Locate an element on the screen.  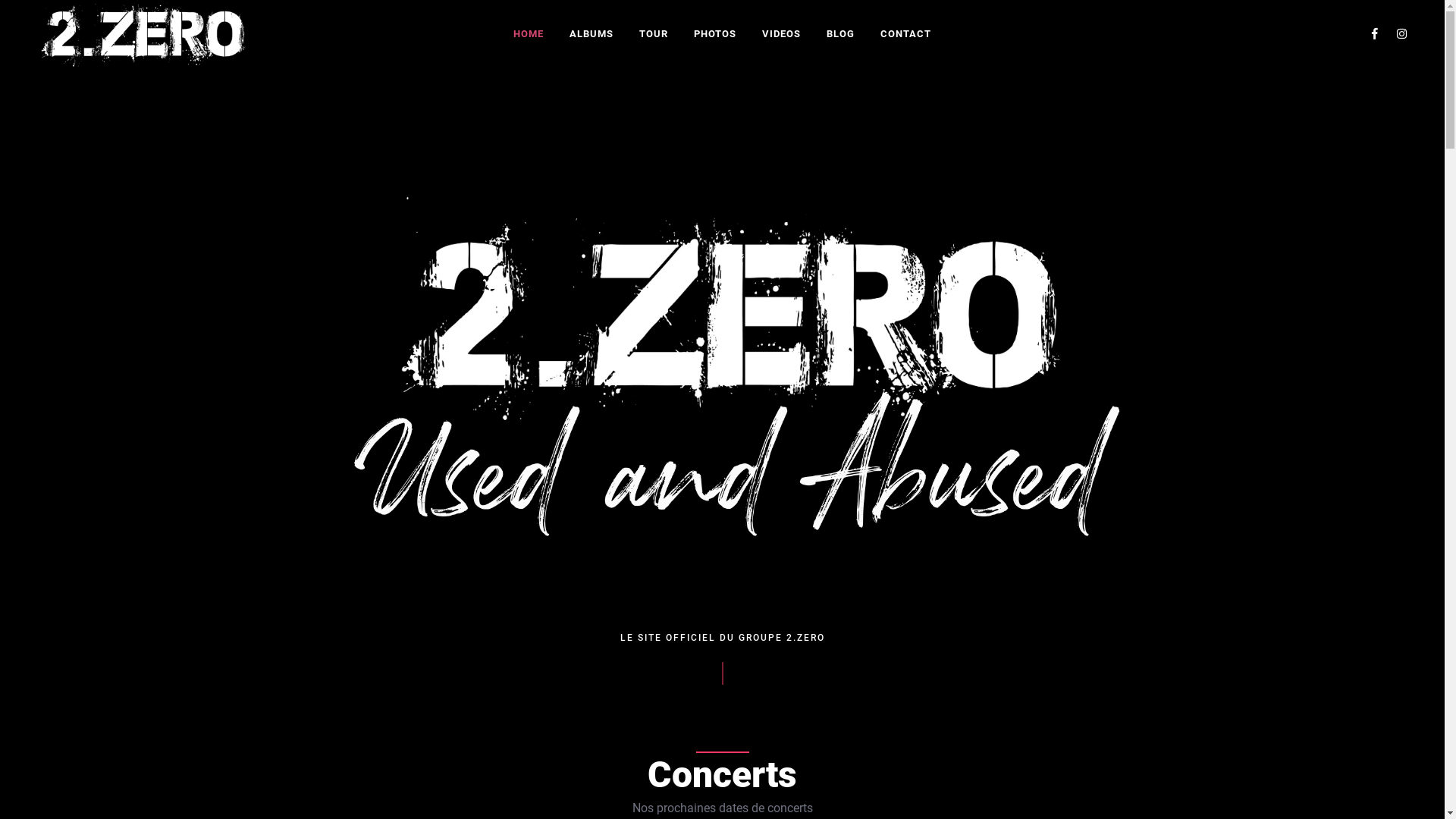
'HOME' is located at coordinates (502, 33).